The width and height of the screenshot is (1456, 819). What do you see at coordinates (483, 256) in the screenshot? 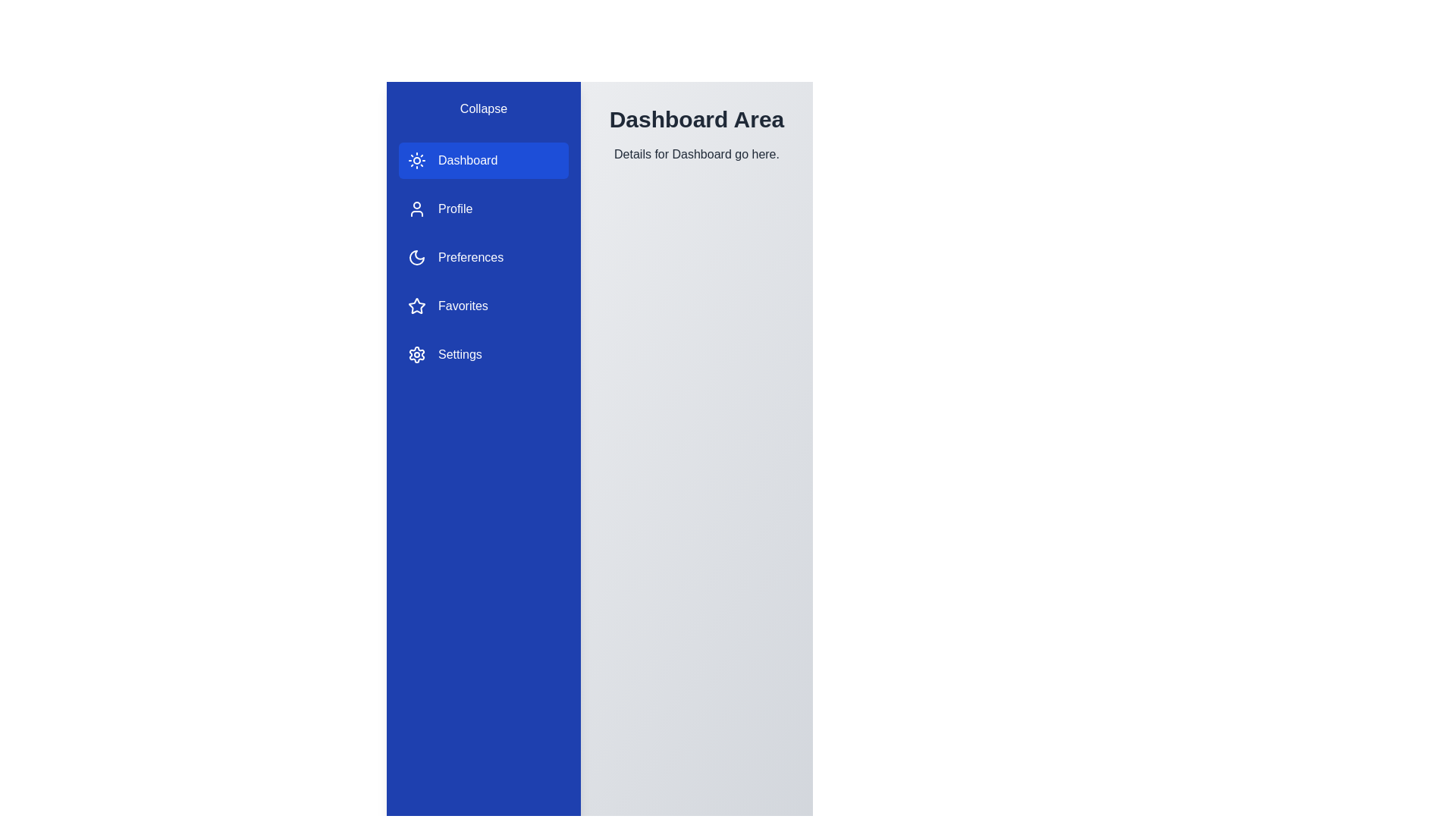
I see `the Preferences section in the sidebar to navigate to it` at bounding box center [483, 256].